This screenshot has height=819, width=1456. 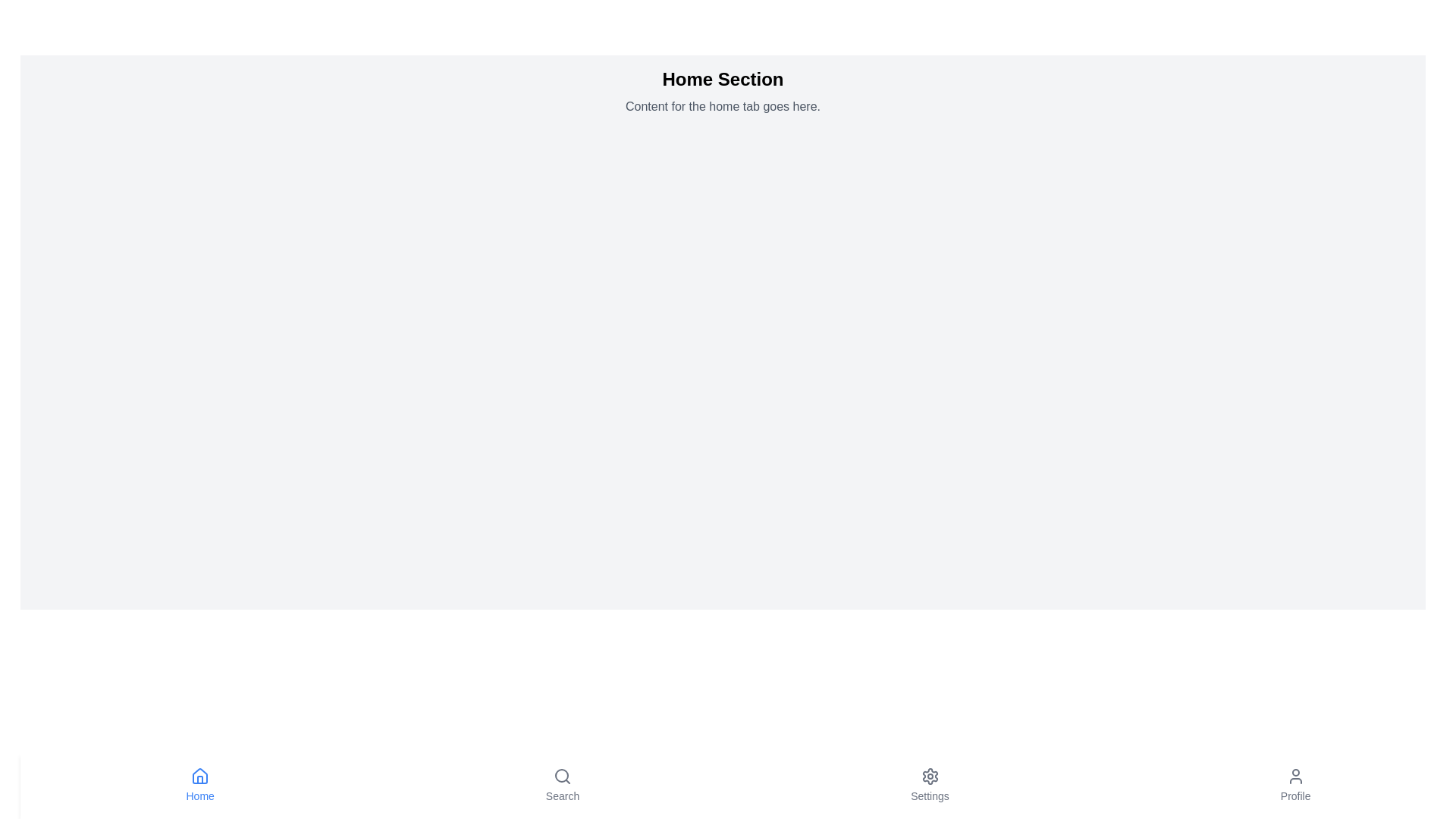 What do you see at coordinates (722, 91) in the screenshot?
I see `the text block that serves as the title and description for the 'Home' section, located near the top center of the interface` at bounding box center [722, 91].